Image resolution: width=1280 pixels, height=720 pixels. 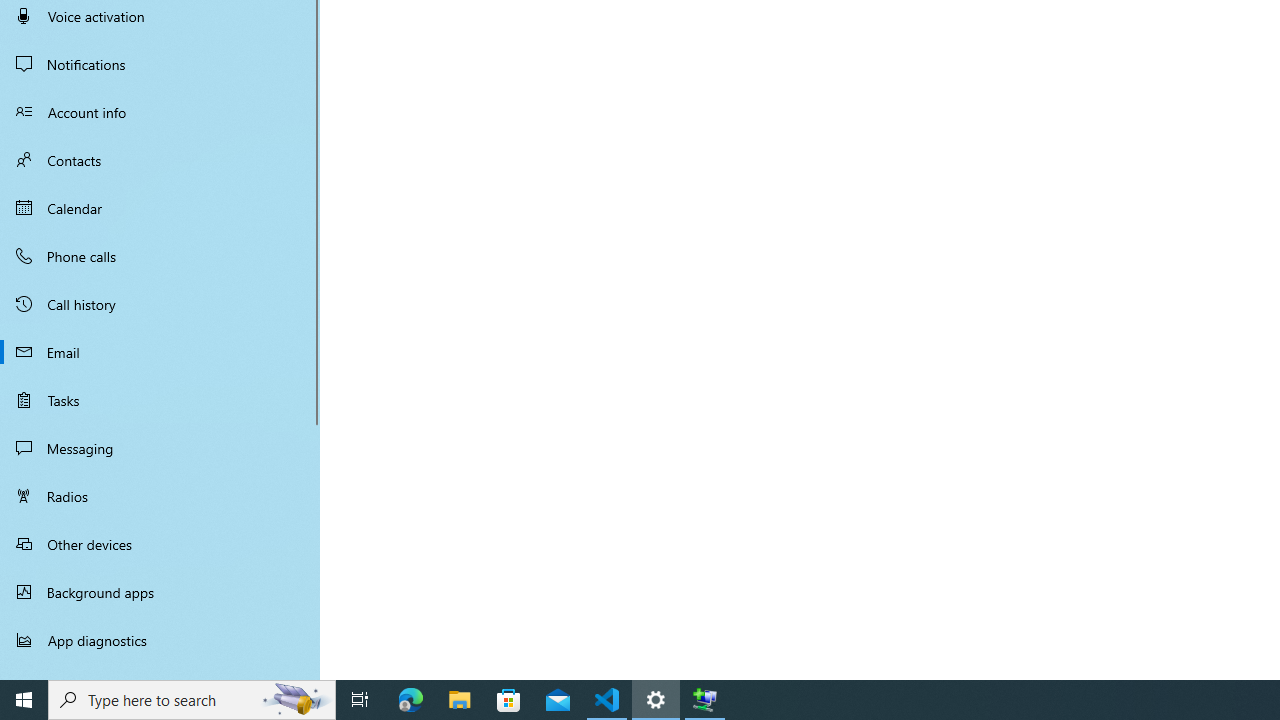 What do you see at coordinates (160, 591) in the screenshot?
I see `'Background apps'` at bounding box center [160, 591].